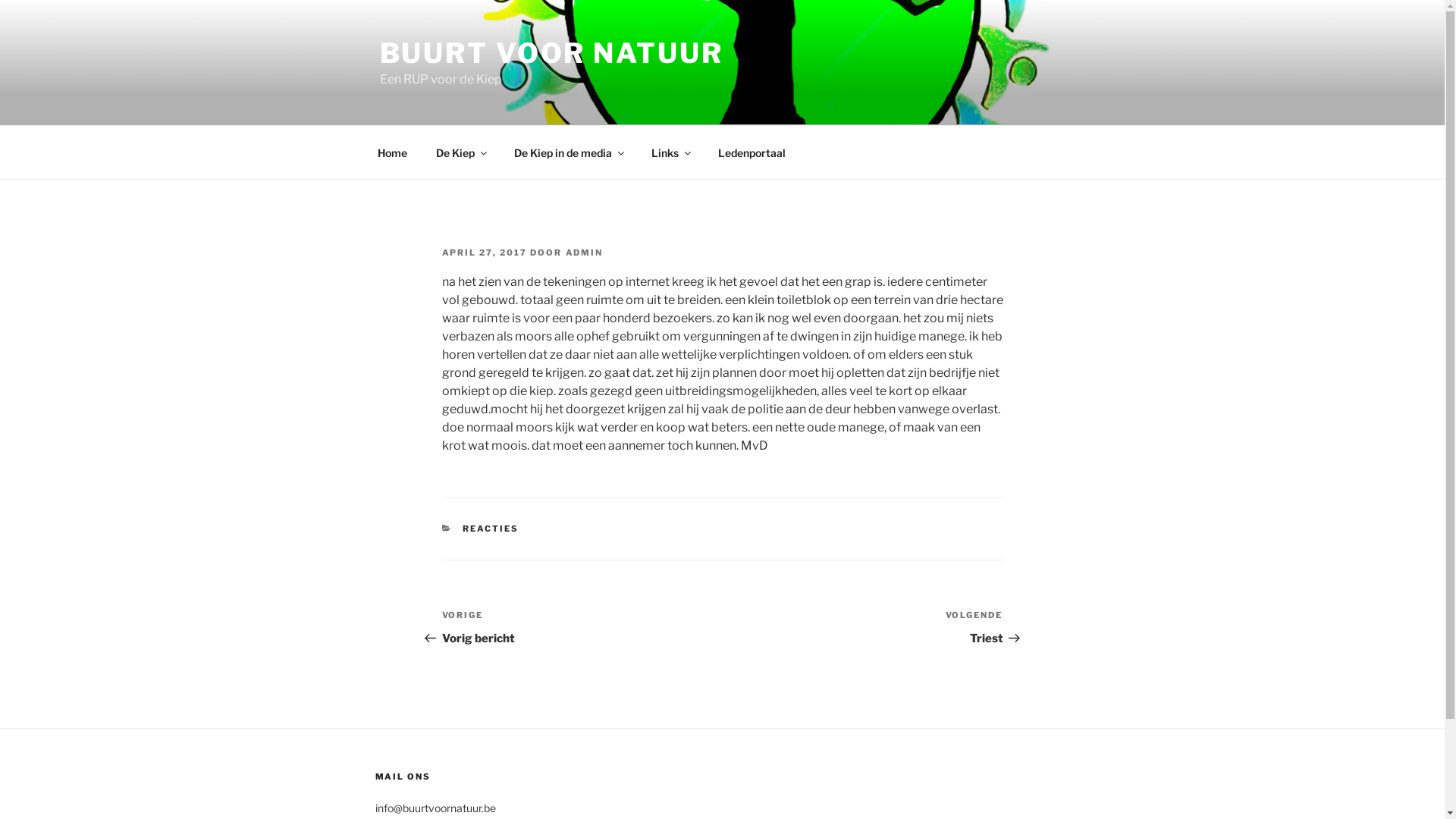 The image size is (1456, 819). Describe the element at coordinates (581, 627) in the screenshot. I see `'Vorig bericht` at that location.